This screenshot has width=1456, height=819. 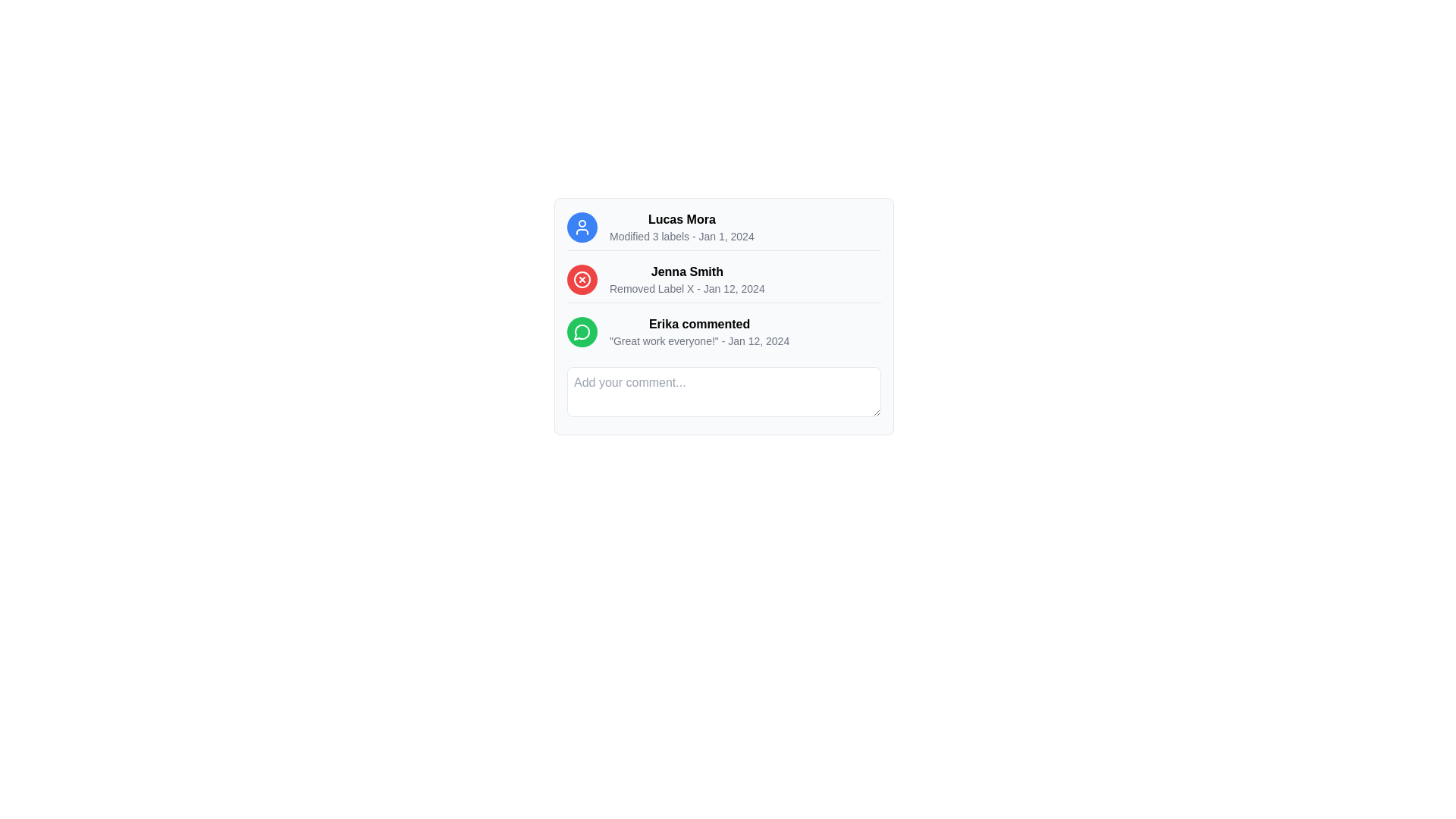 I want to click on the text label located below the bold text 'Erika commented' in the third entry of the comments list, so click(x=698, y=341).